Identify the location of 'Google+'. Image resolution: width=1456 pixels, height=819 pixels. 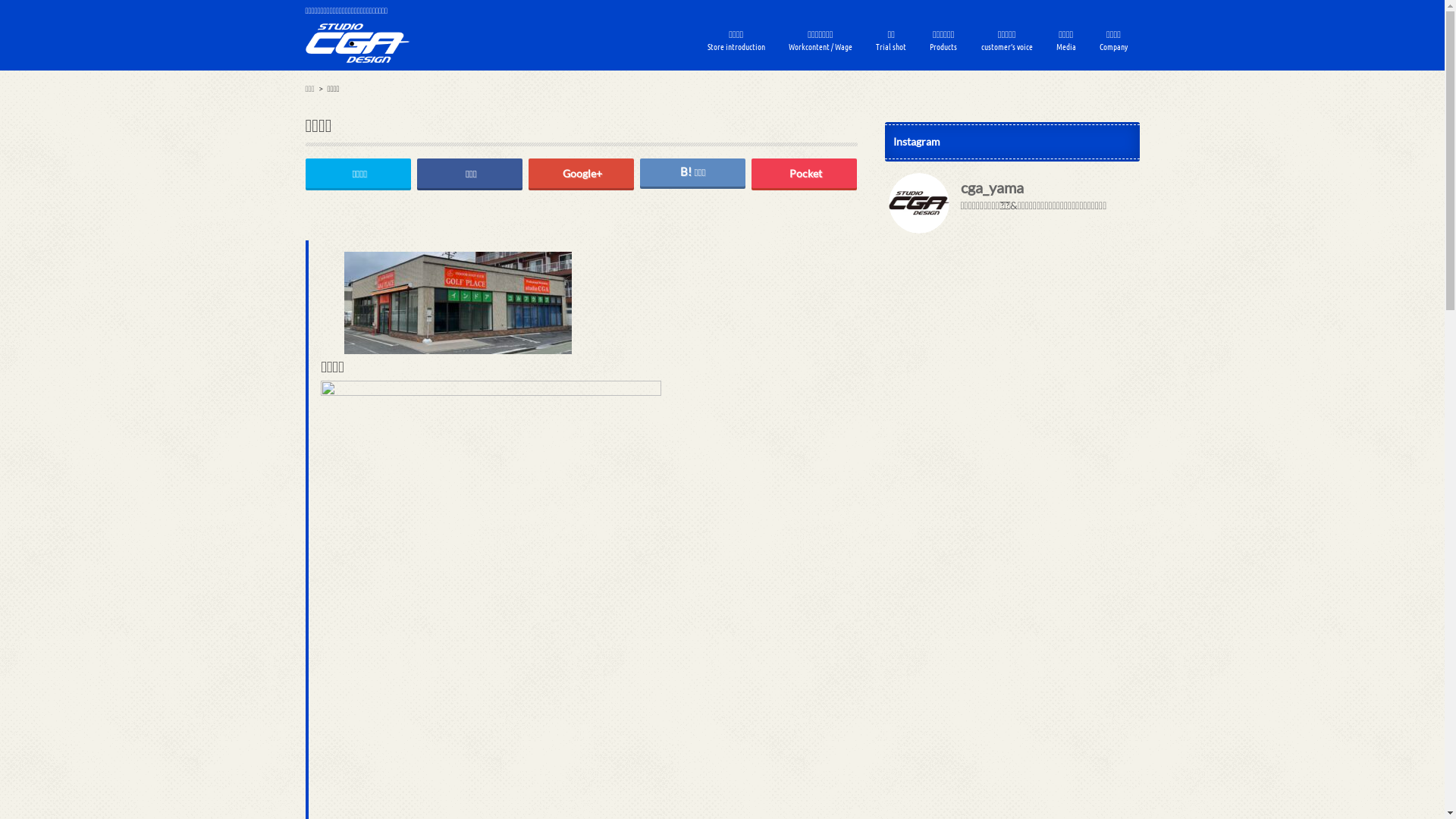
(581, 171).